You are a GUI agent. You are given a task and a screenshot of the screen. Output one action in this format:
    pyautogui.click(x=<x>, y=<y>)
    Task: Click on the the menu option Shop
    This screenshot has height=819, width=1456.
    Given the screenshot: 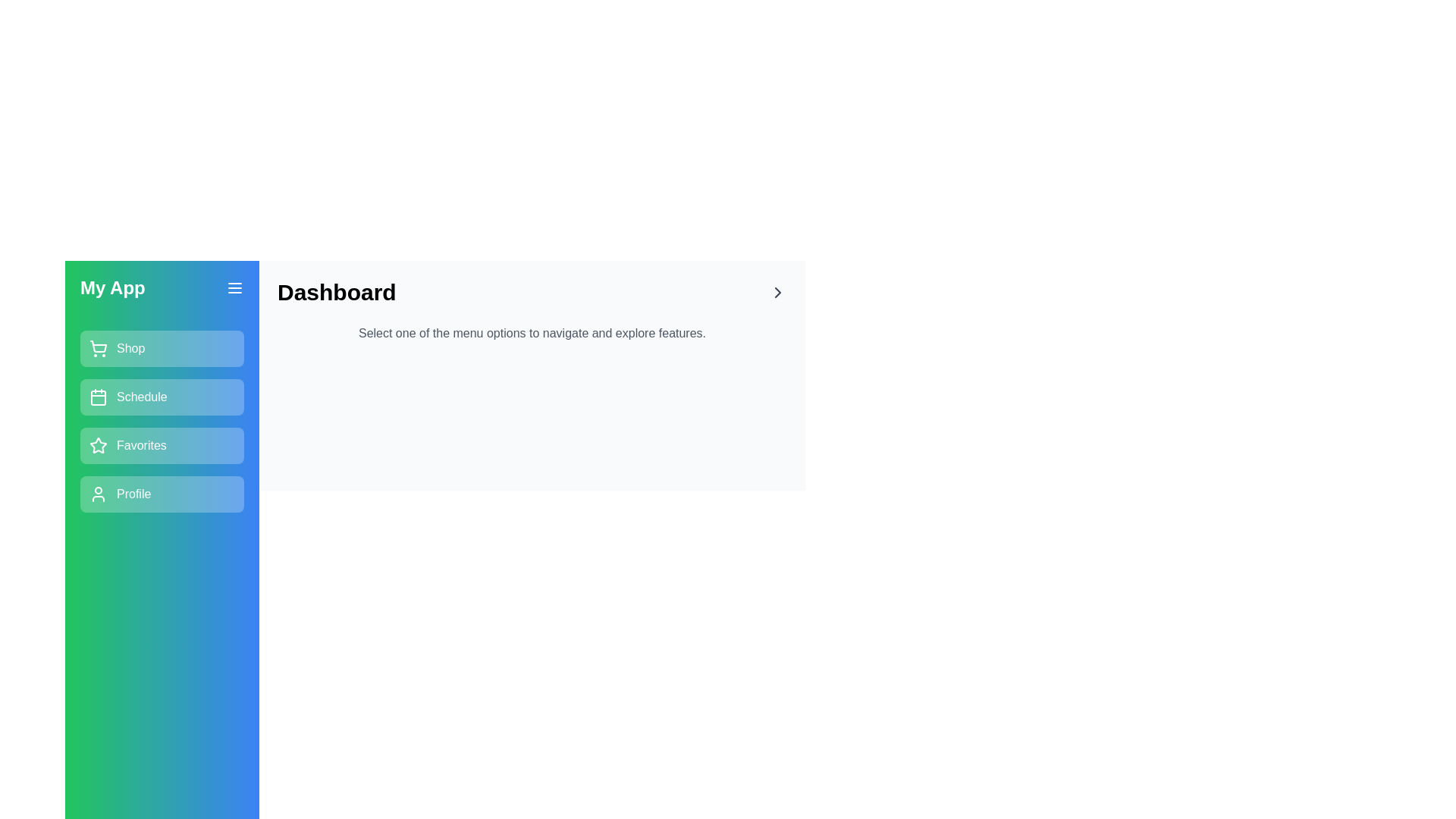 What is the action you would take?
    pyautogui.click(x=162, y=348)
    